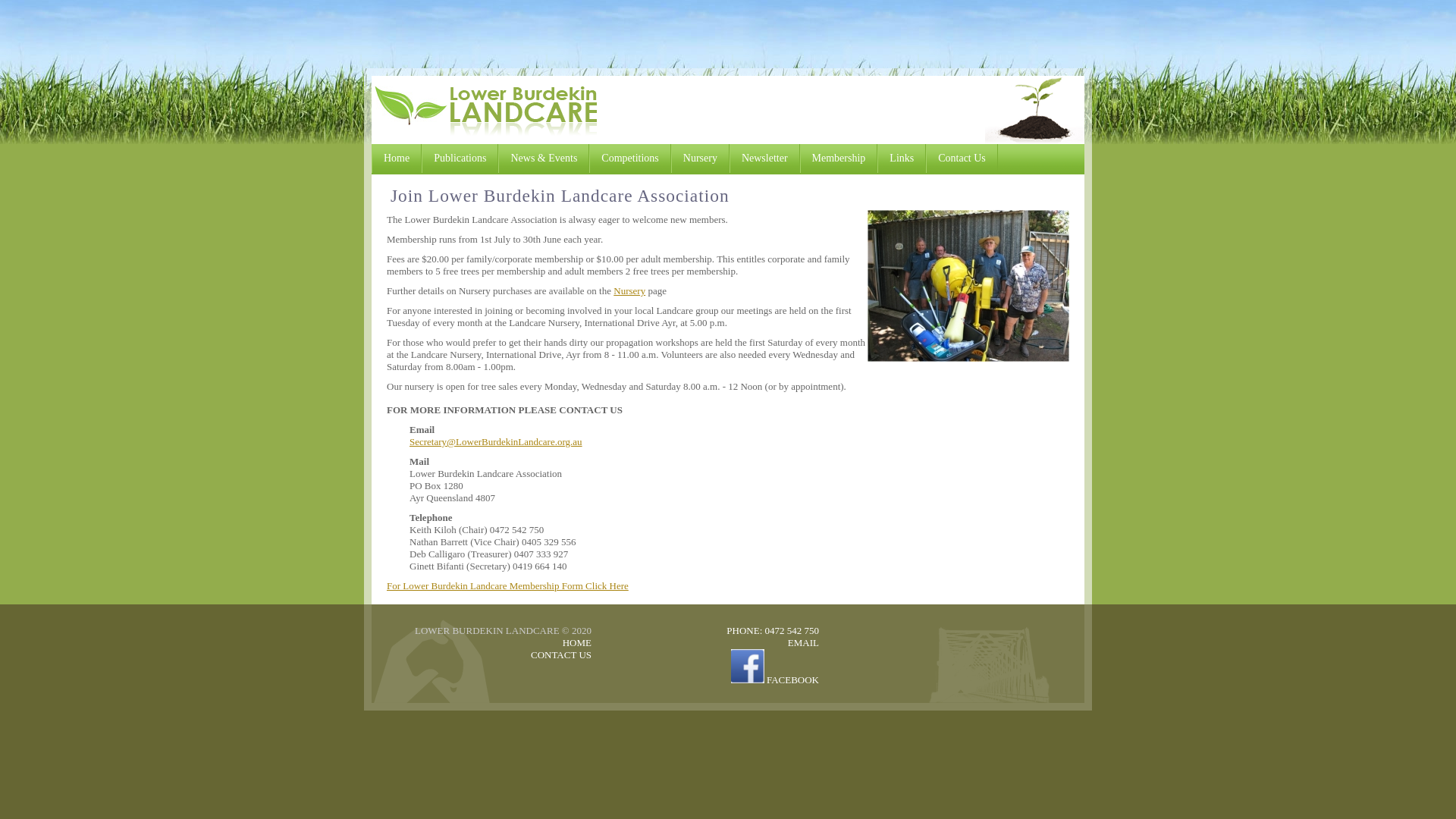  What do you see at coordinates (629, 158) in the screenshot?
I see `'Competitions'` at bounding box center [629, 158].